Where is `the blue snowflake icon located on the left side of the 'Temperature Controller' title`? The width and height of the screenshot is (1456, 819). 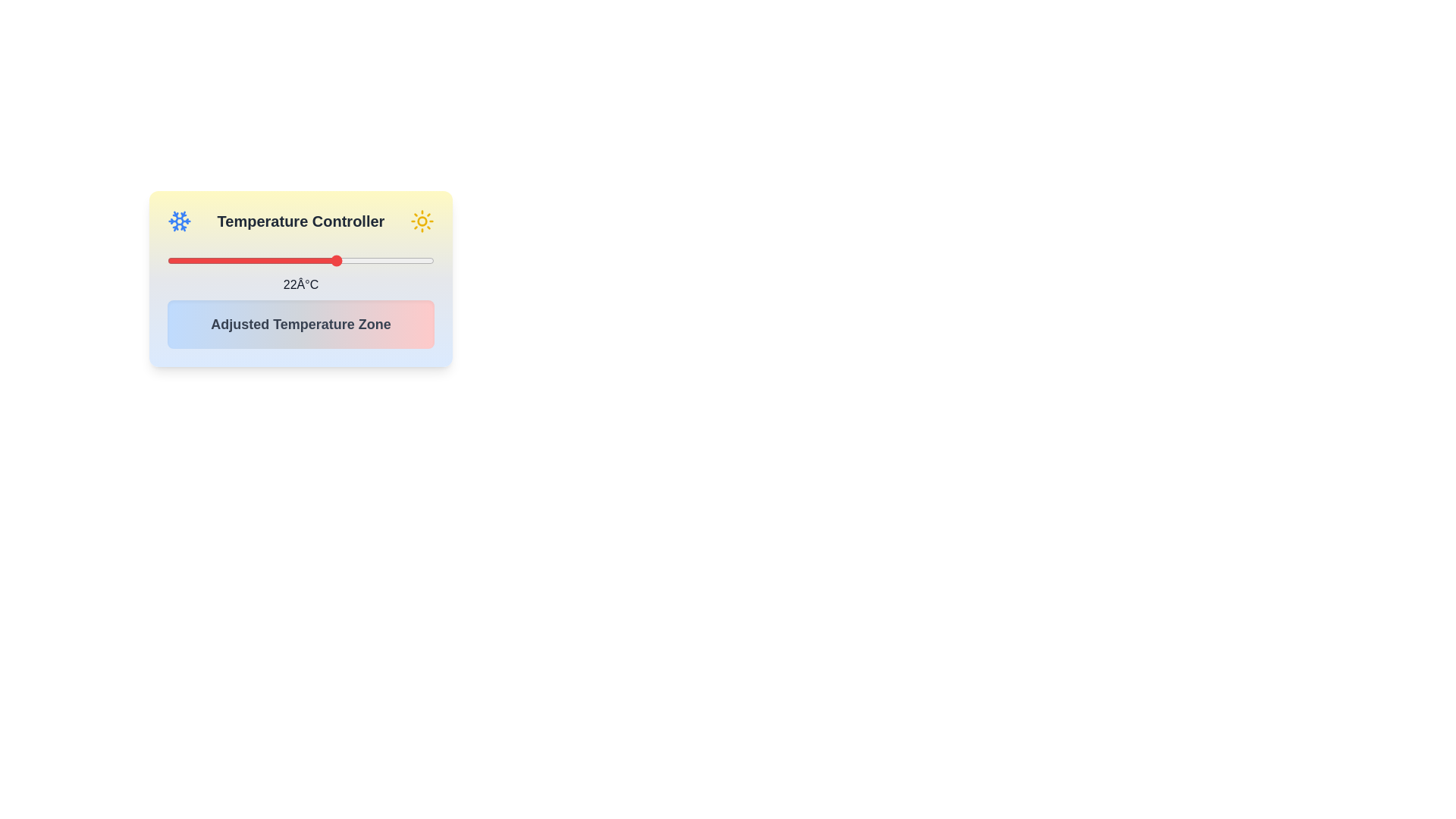
the blue snowflake icon located on the left side of the 'Temperature Controller' title is located at coordinates (179, 221).